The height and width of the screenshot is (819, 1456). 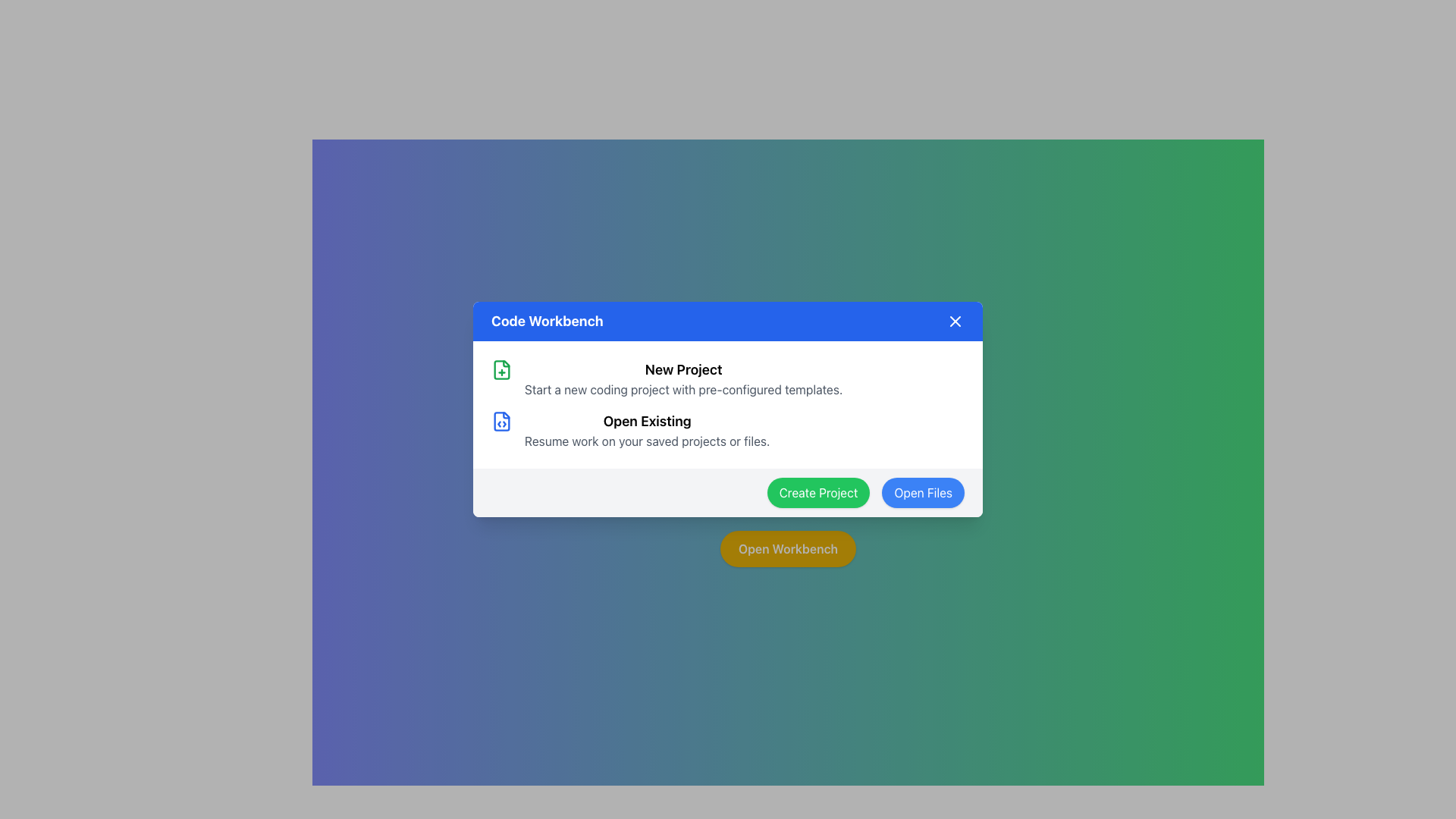 What do you see at coordinates (502, 370) in the screenshot?
I see `the file outline icon, which is a rectangular shape with a light green color, located in the top-left region of the 'Code Workbench' dialog box, to the left of the 'New Project' label` at bounding box center [502, 370].